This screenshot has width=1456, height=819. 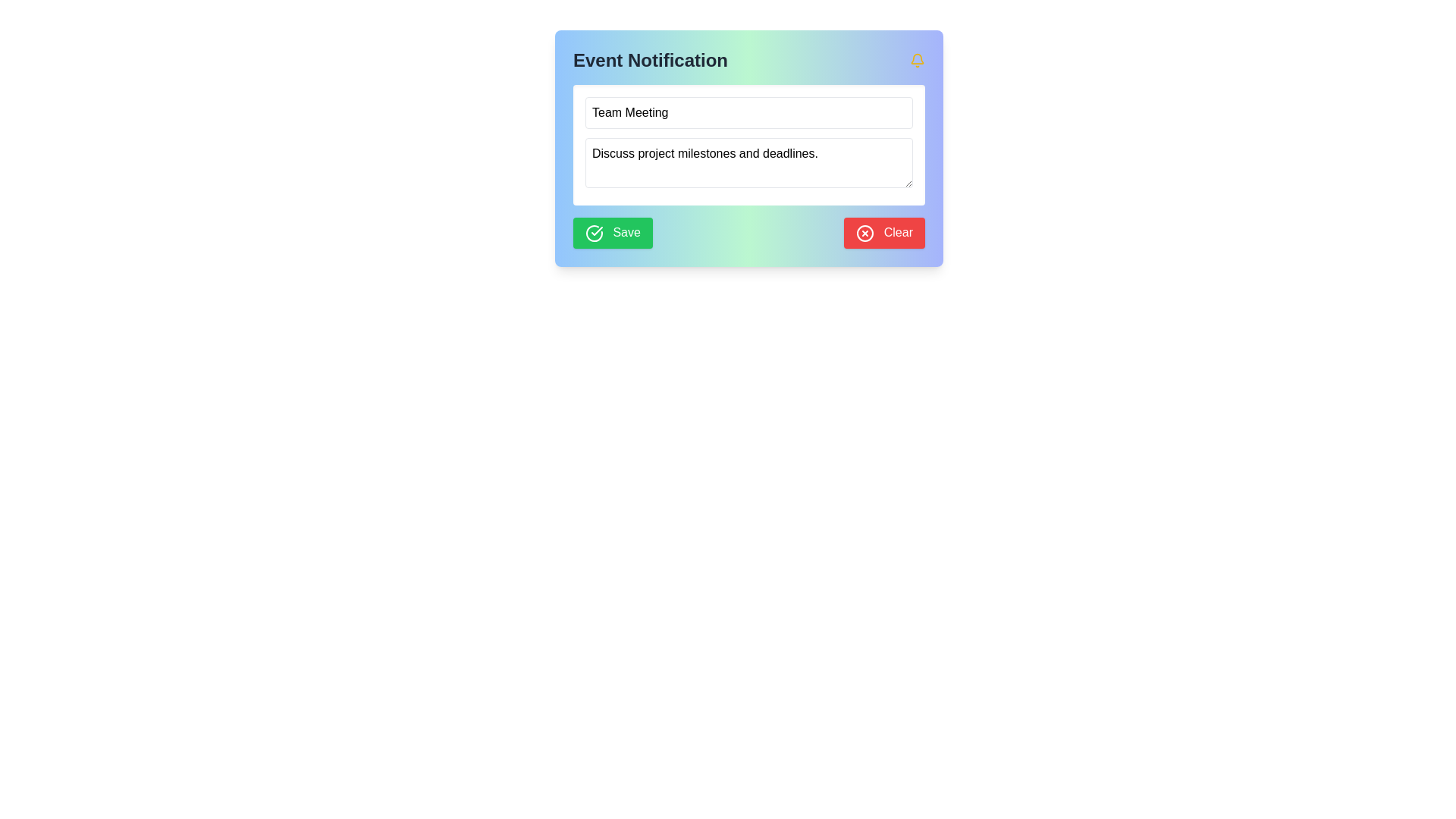 I want to click on the prominent 'Event Notification' header text, which is styled in bold font and large size, positioned at the upper section of the interface with a gradient background, so click(x=651, y=60).